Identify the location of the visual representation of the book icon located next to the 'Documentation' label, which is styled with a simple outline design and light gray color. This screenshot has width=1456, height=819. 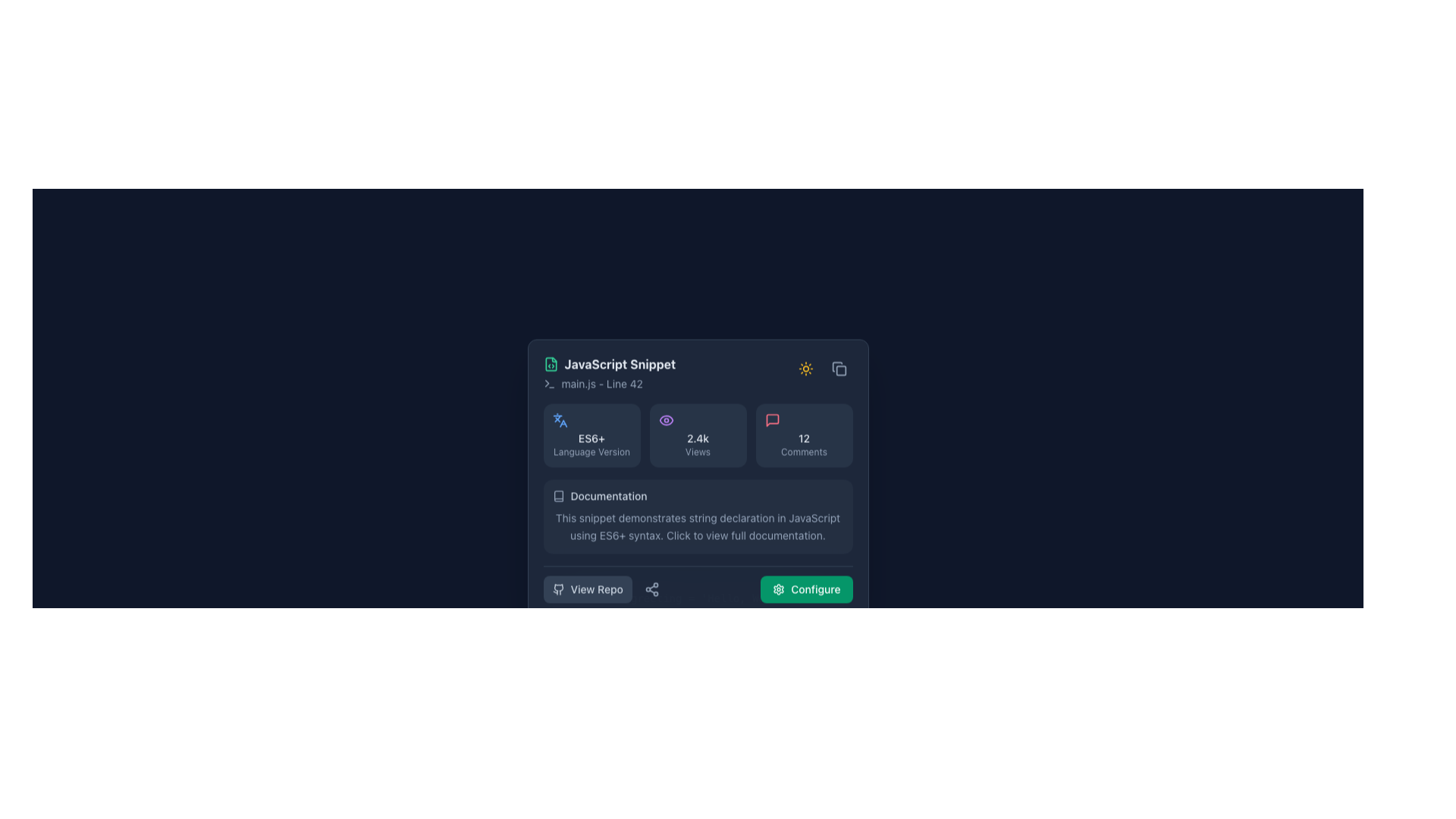
(557, 496).